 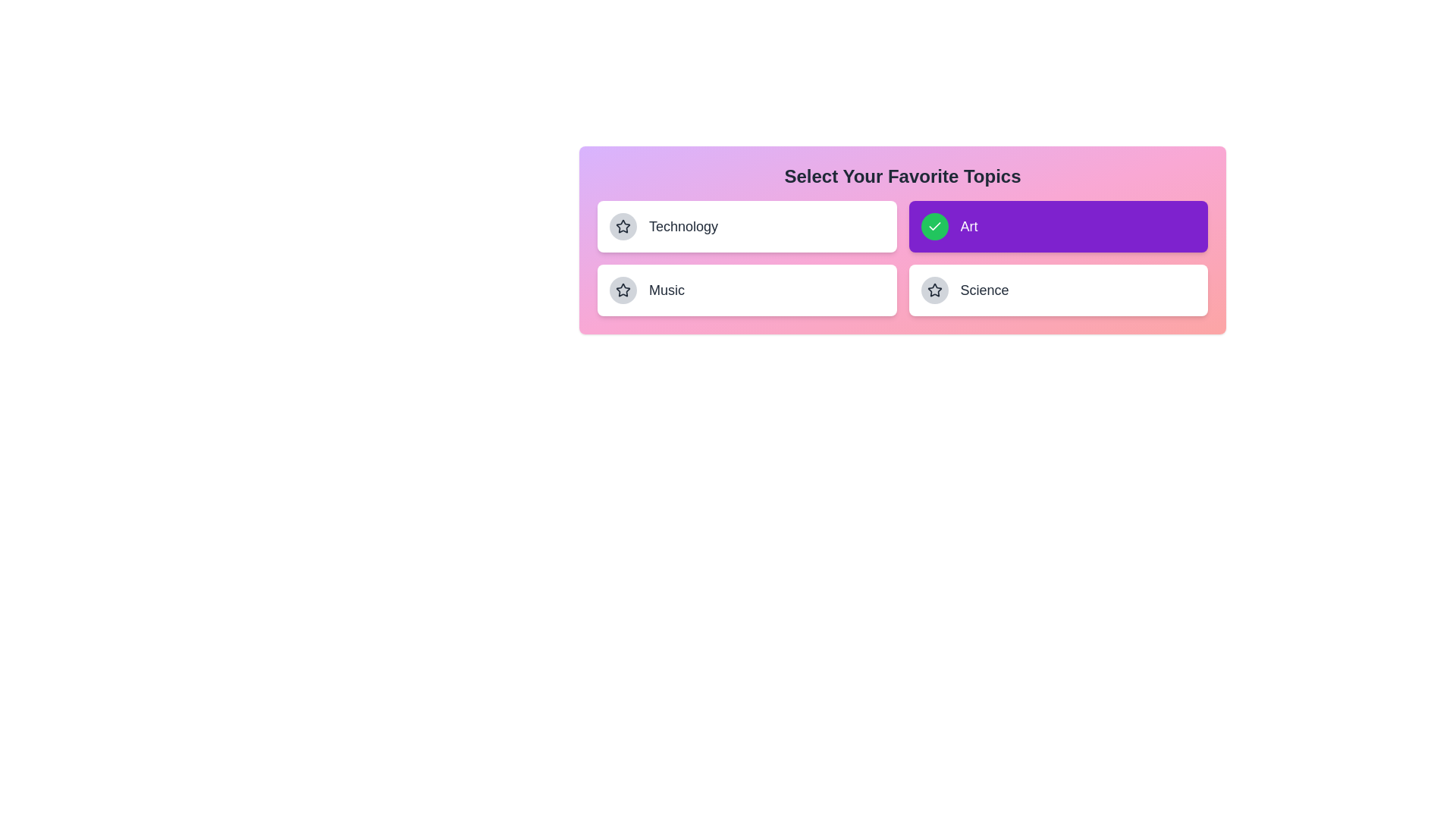 I want to click on the topic Technology, so click(x=747, y=227).